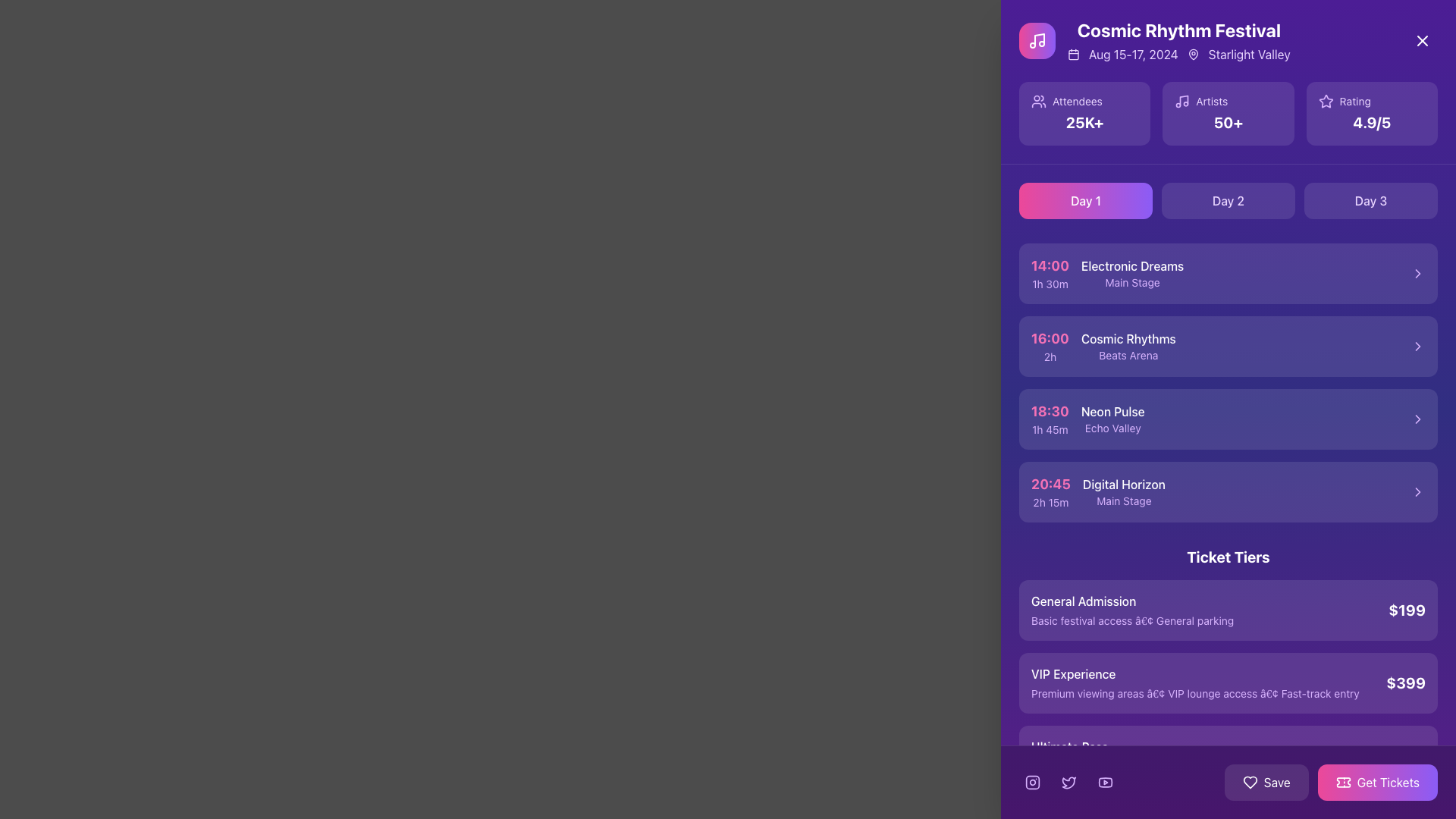 The image size is (1456, 819). I want to click on the header banner displaying 'Cosmic Rhythm Festival' with the subtitle 'Aug 15-17, 2024' and 'Starlight Valley', which includes a rounded square icon with a musical note, located at the top of the right-side panel, so click(1153, 40).